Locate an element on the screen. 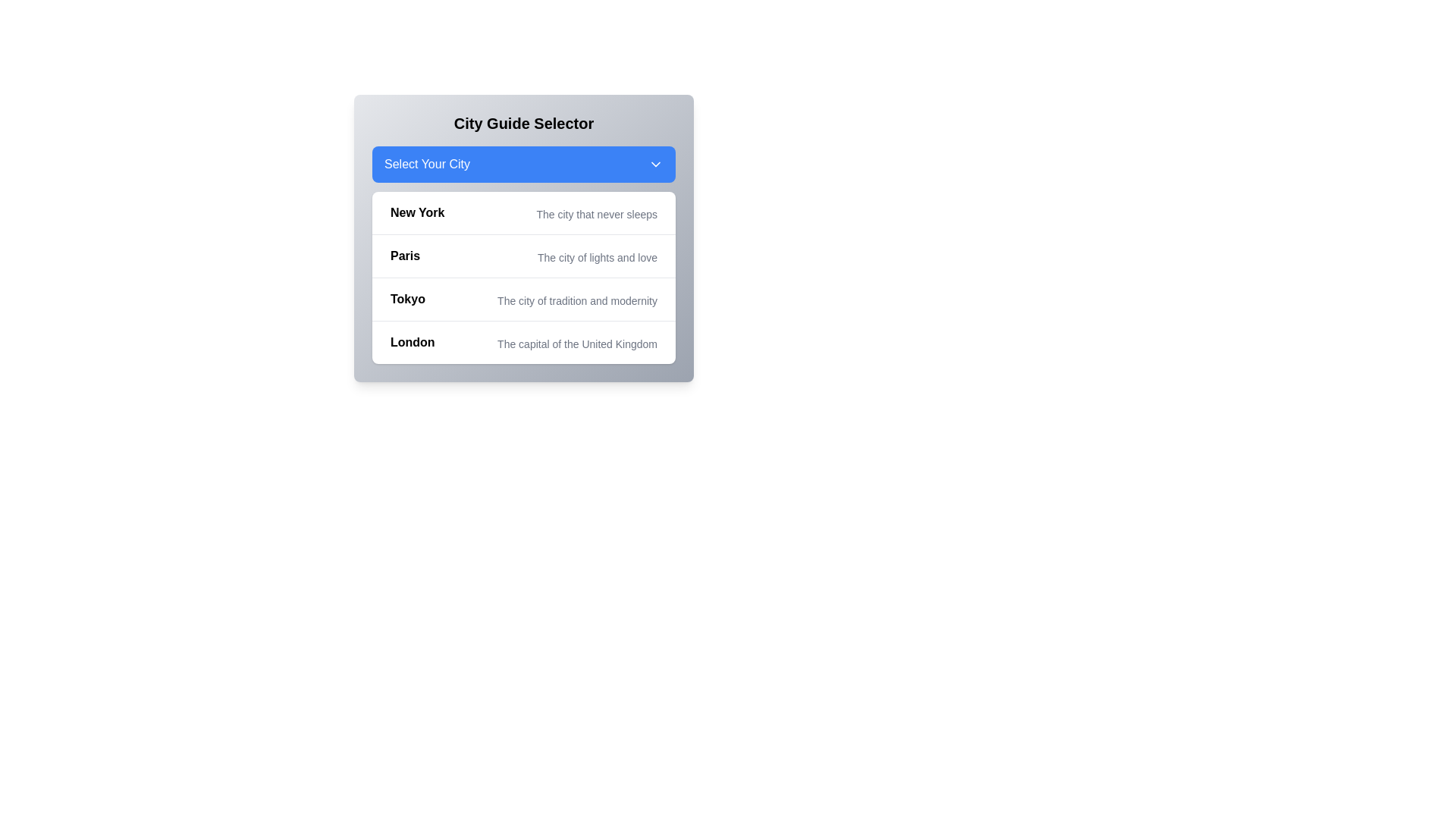 This screenshot has height=819, width=1456. the first list item in the selection modal labeled 'New York' is located at coordinates (524, 213).